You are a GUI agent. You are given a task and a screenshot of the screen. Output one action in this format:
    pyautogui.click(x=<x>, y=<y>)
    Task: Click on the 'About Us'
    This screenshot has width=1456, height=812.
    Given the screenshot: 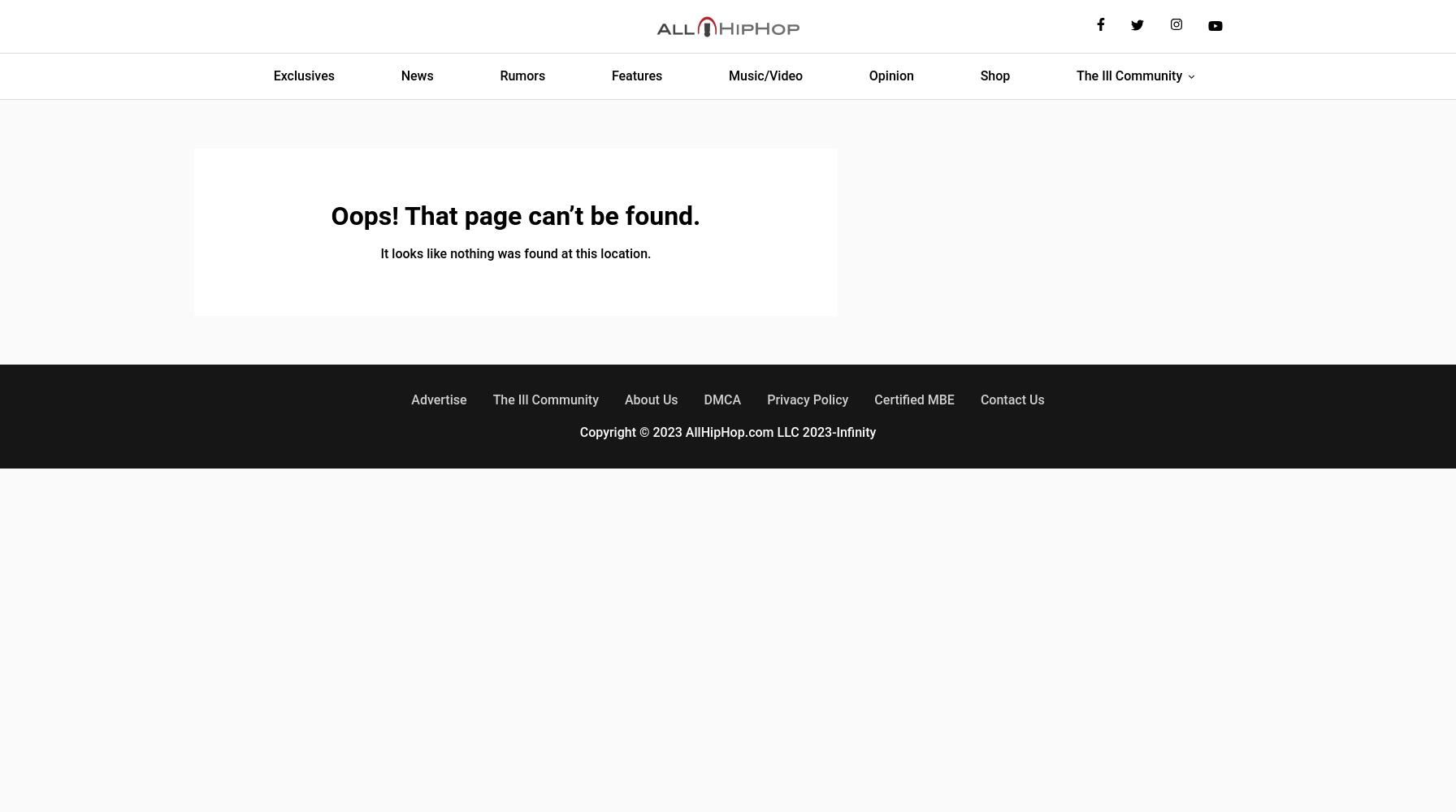 What is the action you would take?
    pyautogui.click(x=651, y=399)
    